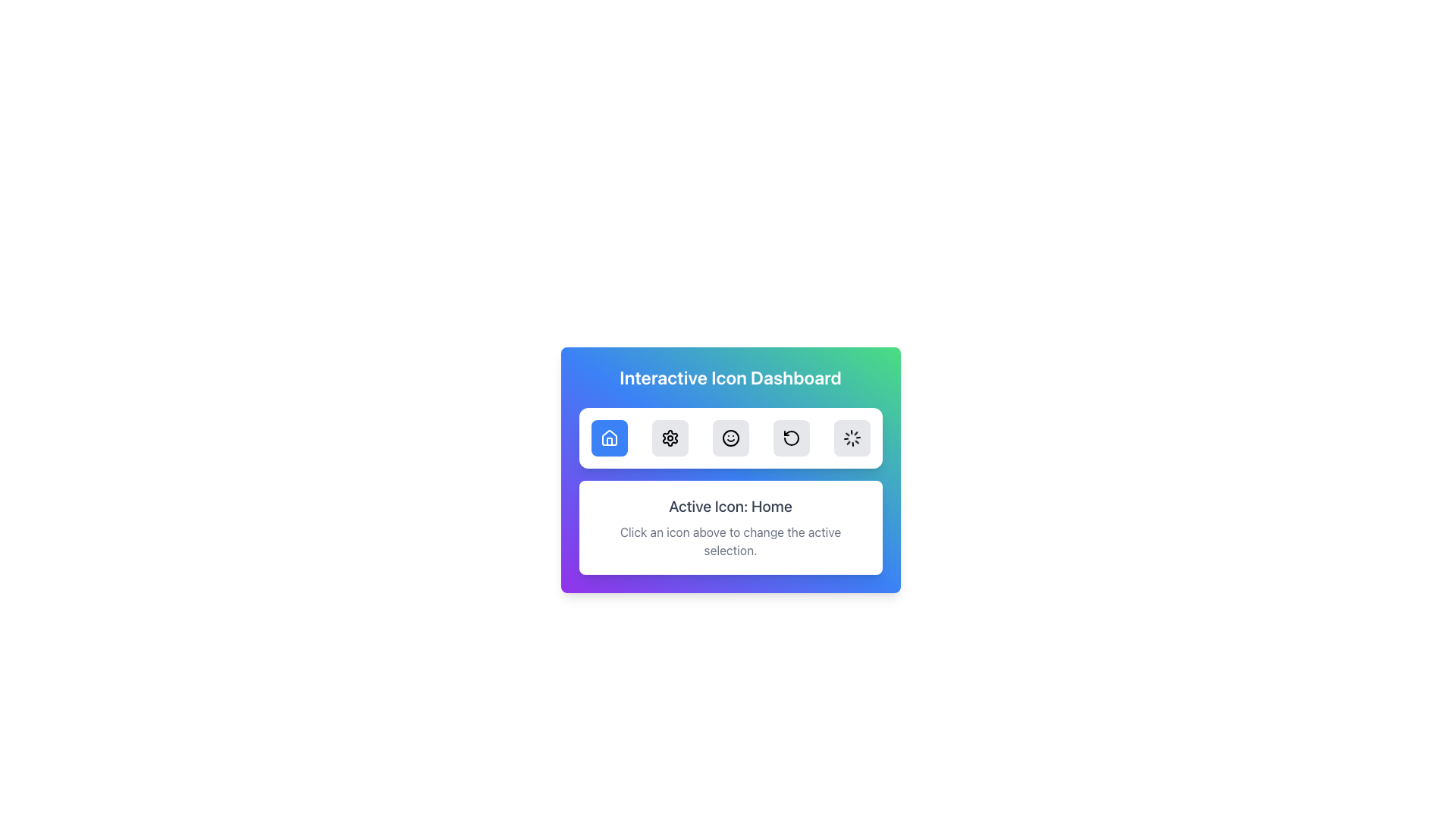  What do you see at coordinates (609, 438) in the screenshot?
I see `the 'Home' icon, which is the first element in the grid of selectable icons under the 'Interactive Icon Dashboard' title` at bounding box center [609, 438].